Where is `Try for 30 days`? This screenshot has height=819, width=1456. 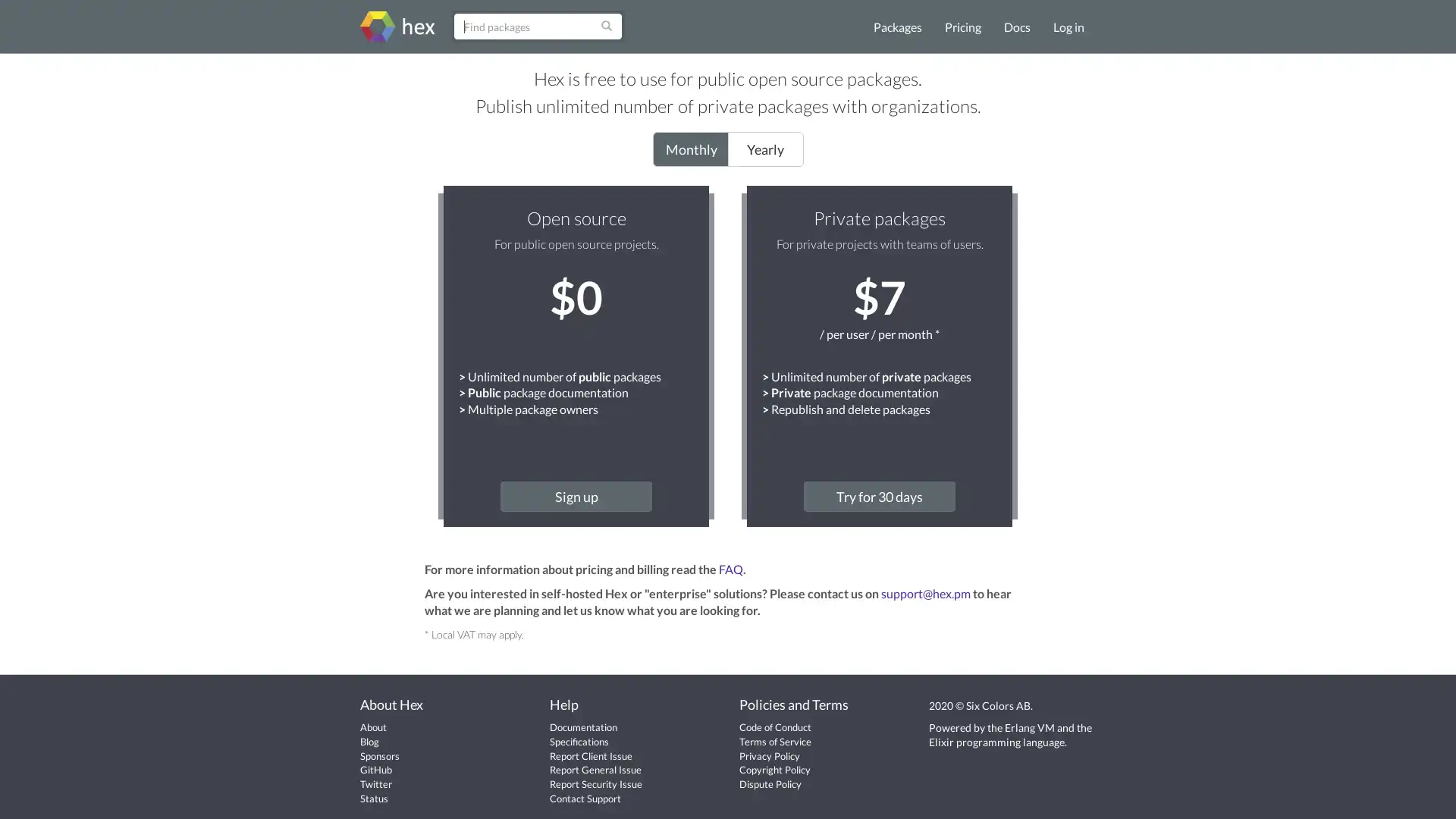
Try for 30 days is located at coordinates (880, 496).